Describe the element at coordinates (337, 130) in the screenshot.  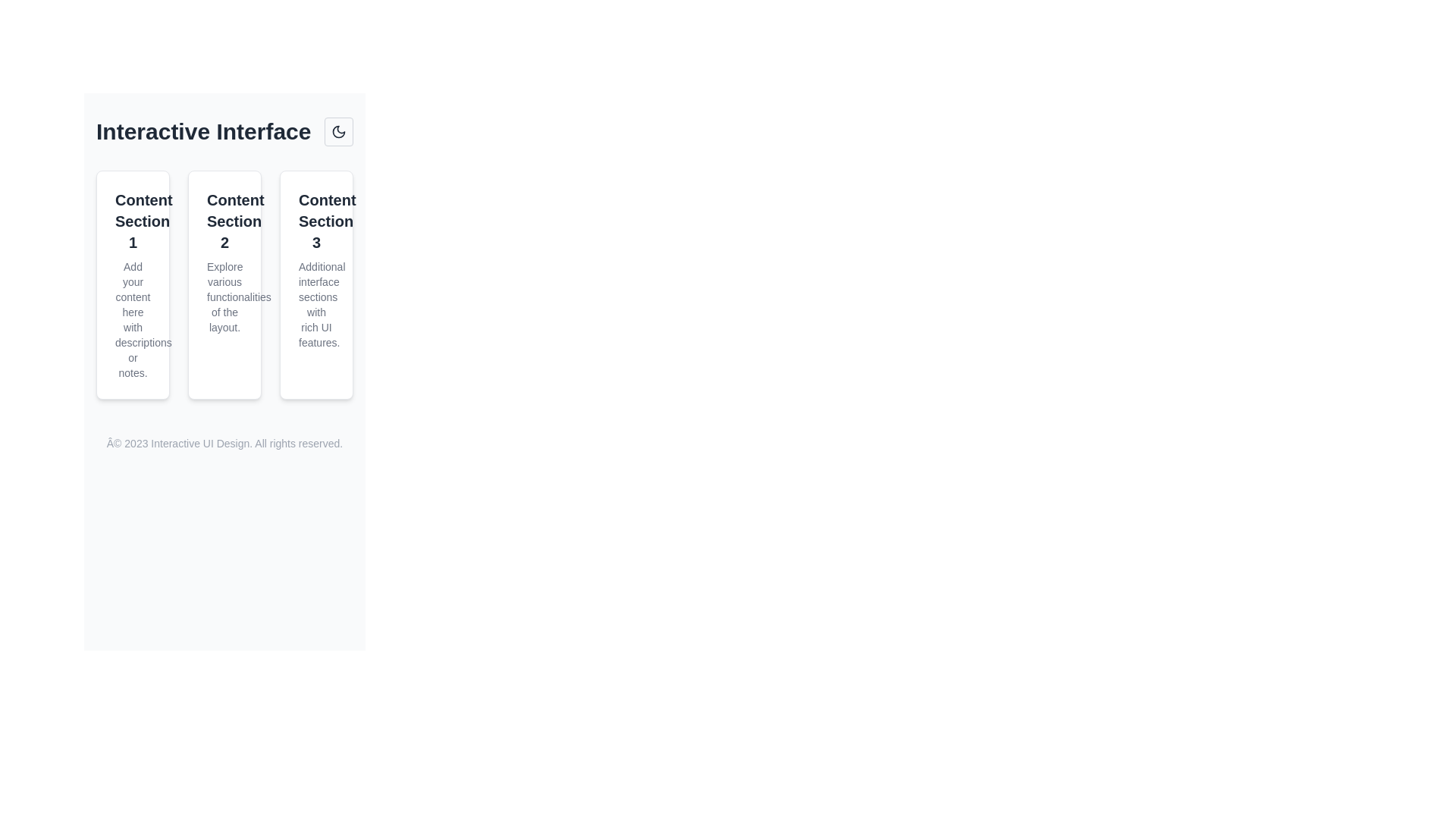
I see `the toggle button located at the top-right corner of the 'Interactive Interface' header to switch between light and dark mode themes` at that location.